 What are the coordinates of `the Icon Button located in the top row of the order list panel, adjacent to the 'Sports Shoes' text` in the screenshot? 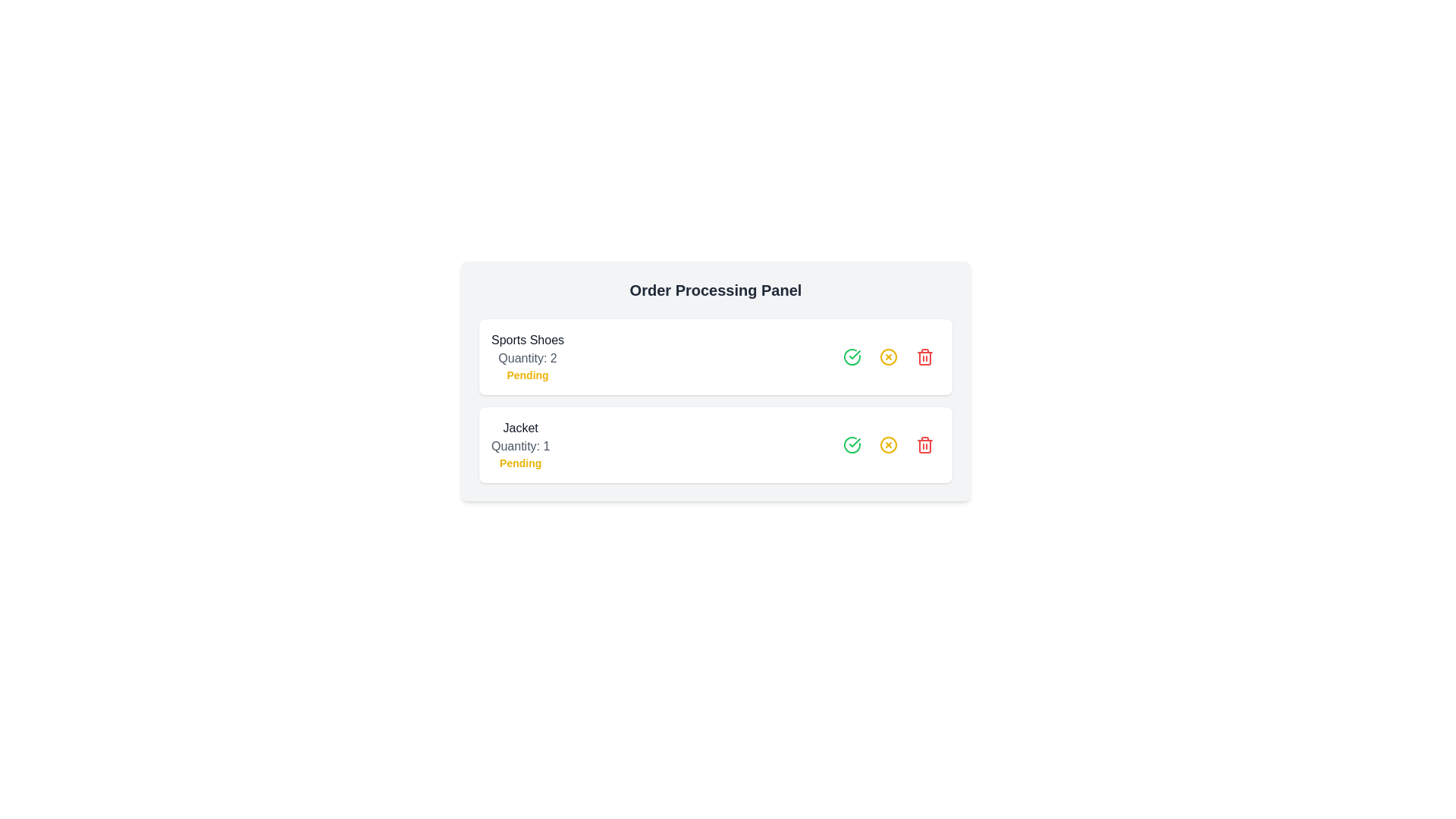 It's located at (852, 356).